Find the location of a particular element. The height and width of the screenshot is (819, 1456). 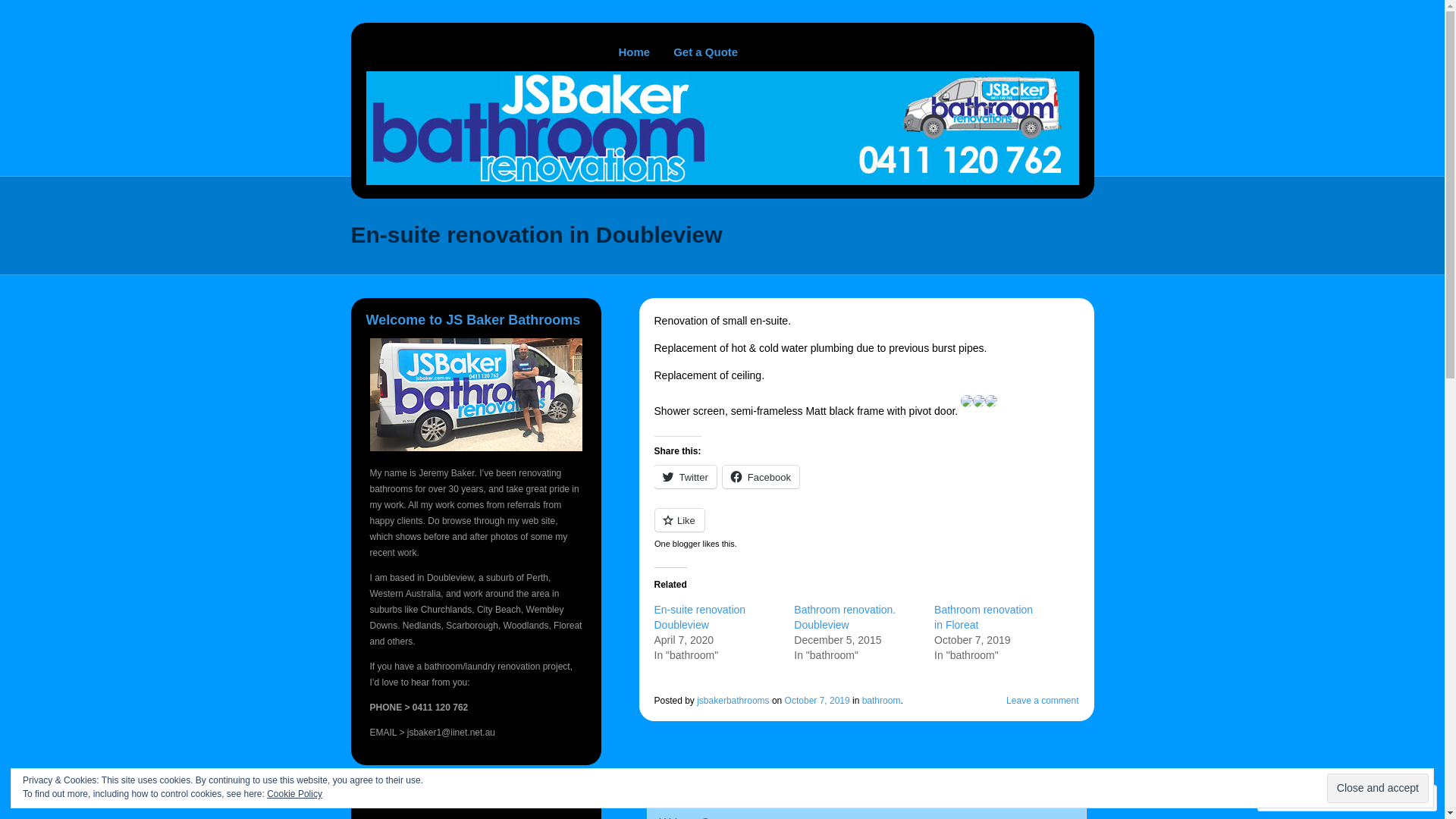

'Get a Quote' is located at coordinates (704, 51).